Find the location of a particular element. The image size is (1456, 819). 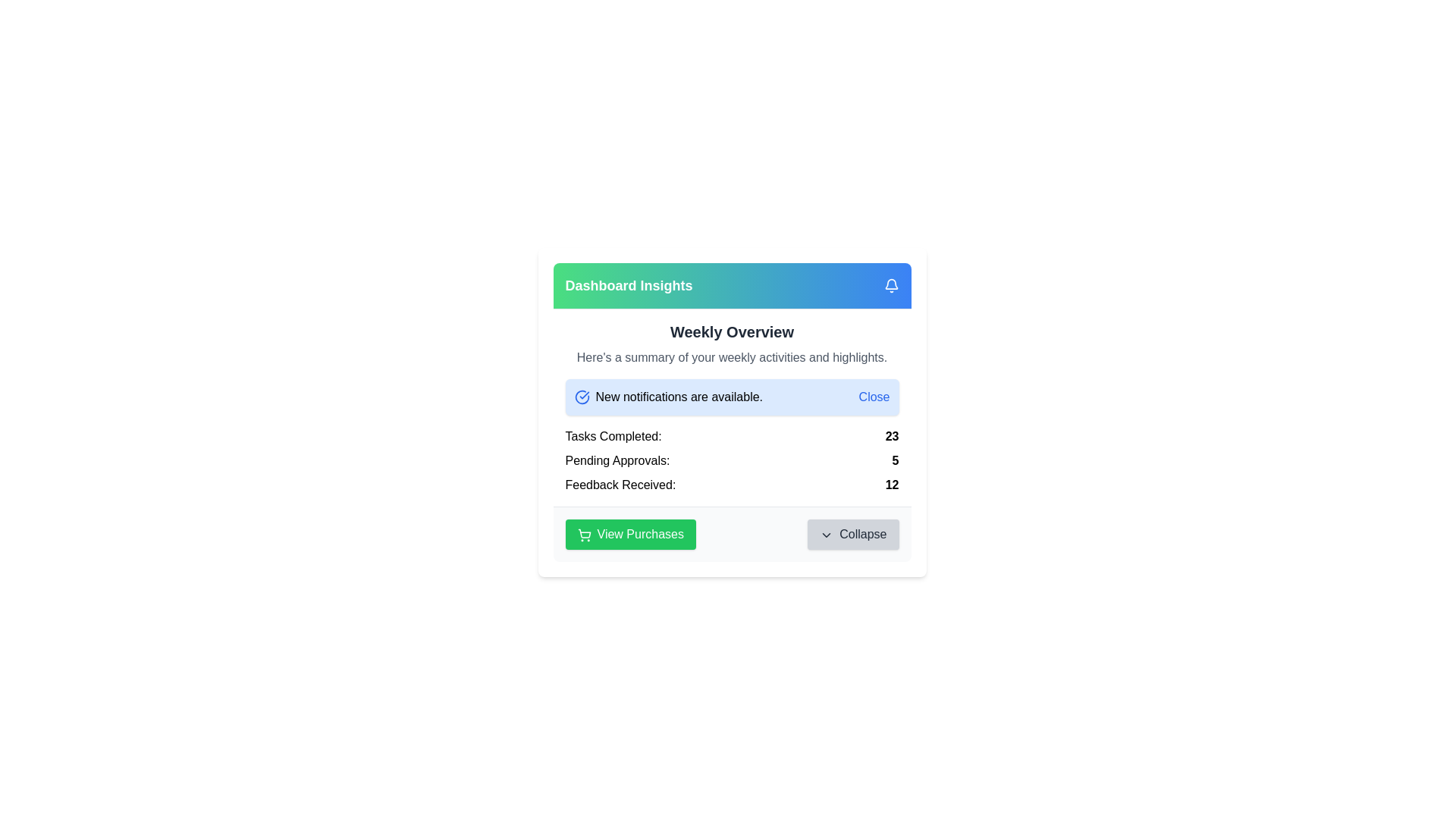

text label 'Pending Approvals:' located on the left side of the row under the 'Weekly Overview' section of the dashboard interface is located at coordinates (617, 460).